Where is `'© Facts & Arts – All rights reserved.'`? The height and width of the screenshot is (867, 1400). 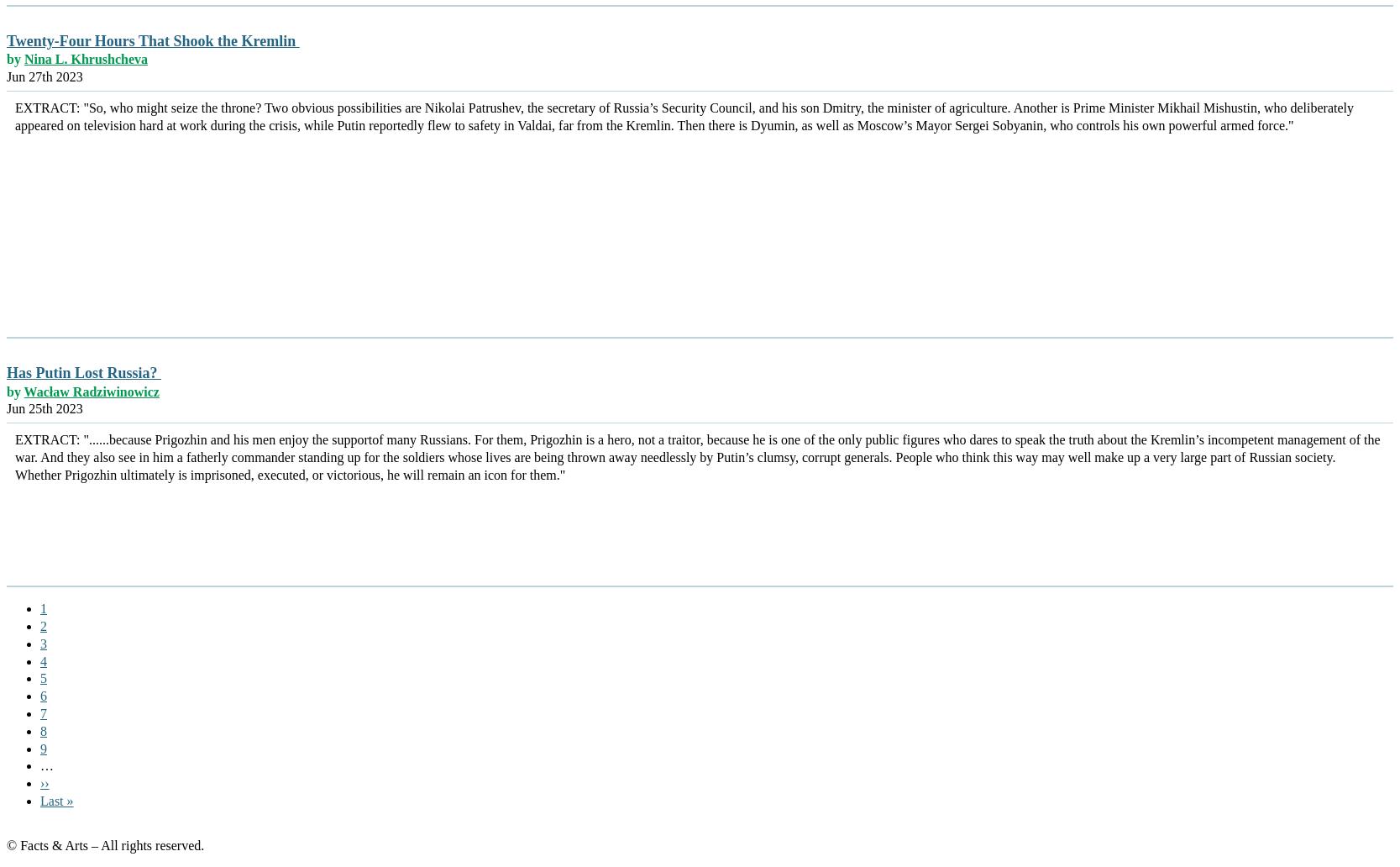
'© Facts & Arts – All rights reserved.' is located at coordinates (7, 843).